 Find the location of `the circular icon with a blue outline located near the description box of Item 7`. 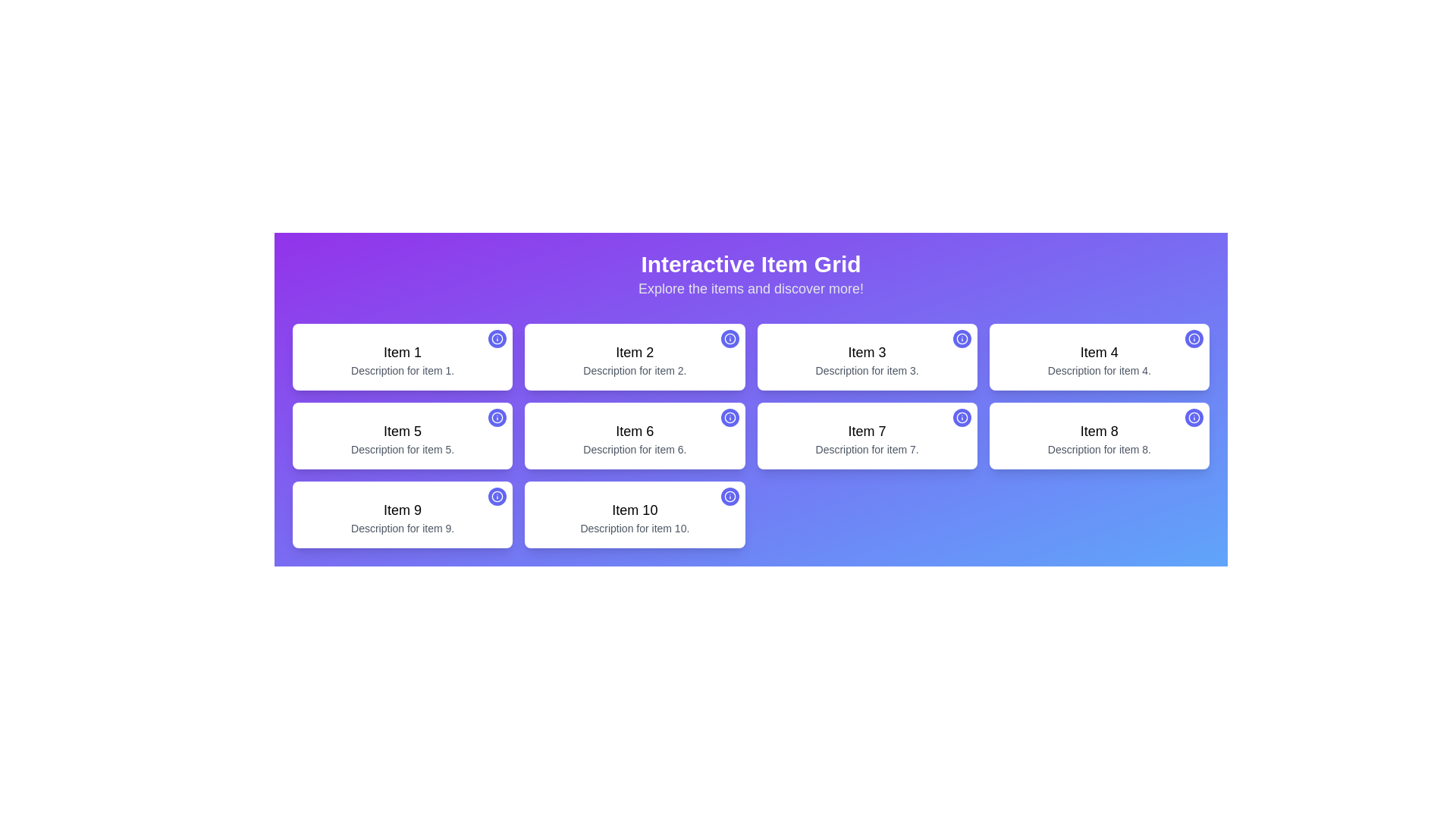

the circular icon with a blue outline located near the description box of Item 7 is located at coordinates (961, 418).